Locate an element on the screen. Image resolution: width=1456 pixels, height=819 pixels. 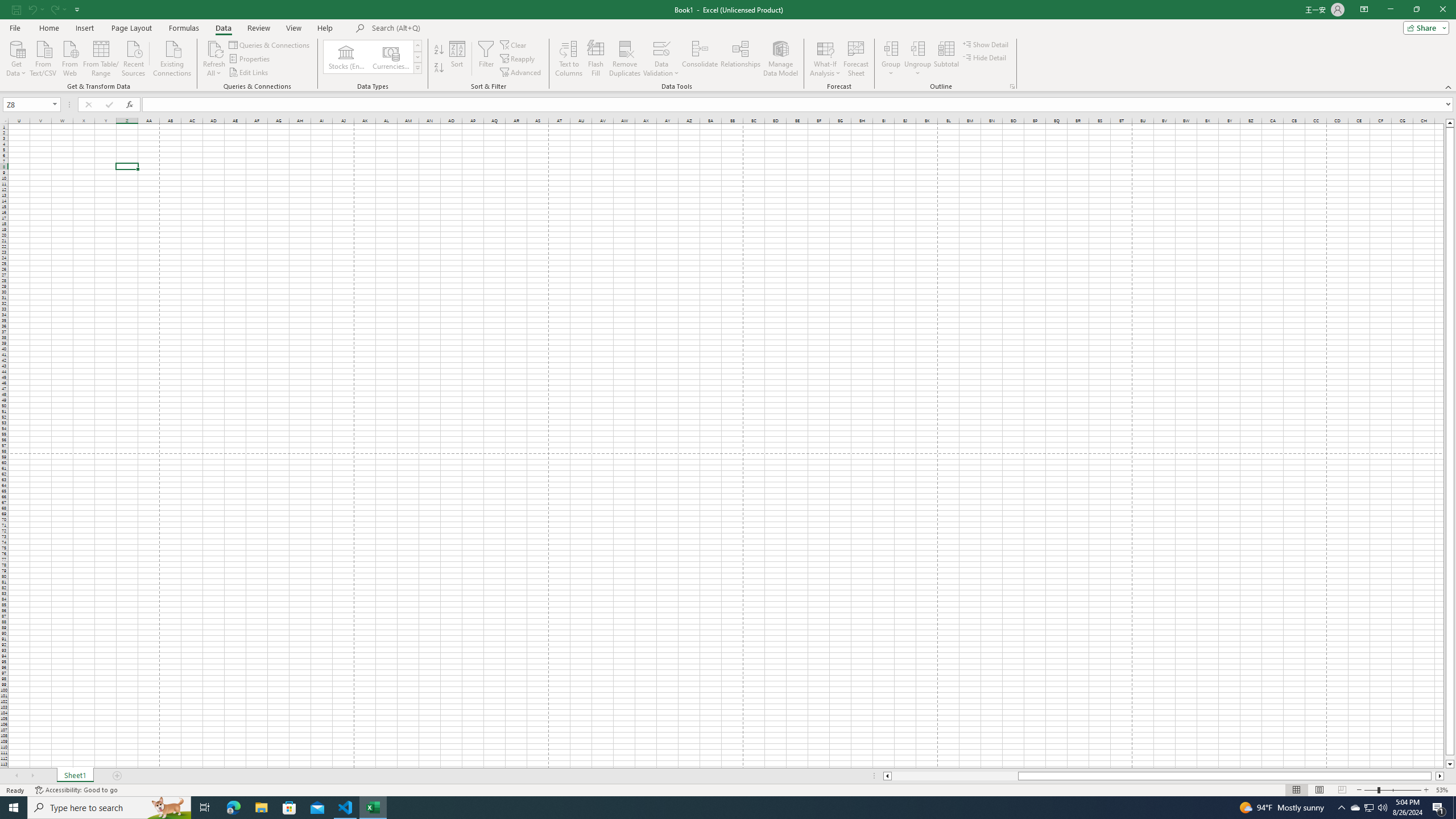
'Consolidate...' is located at coordinates (700, 59).